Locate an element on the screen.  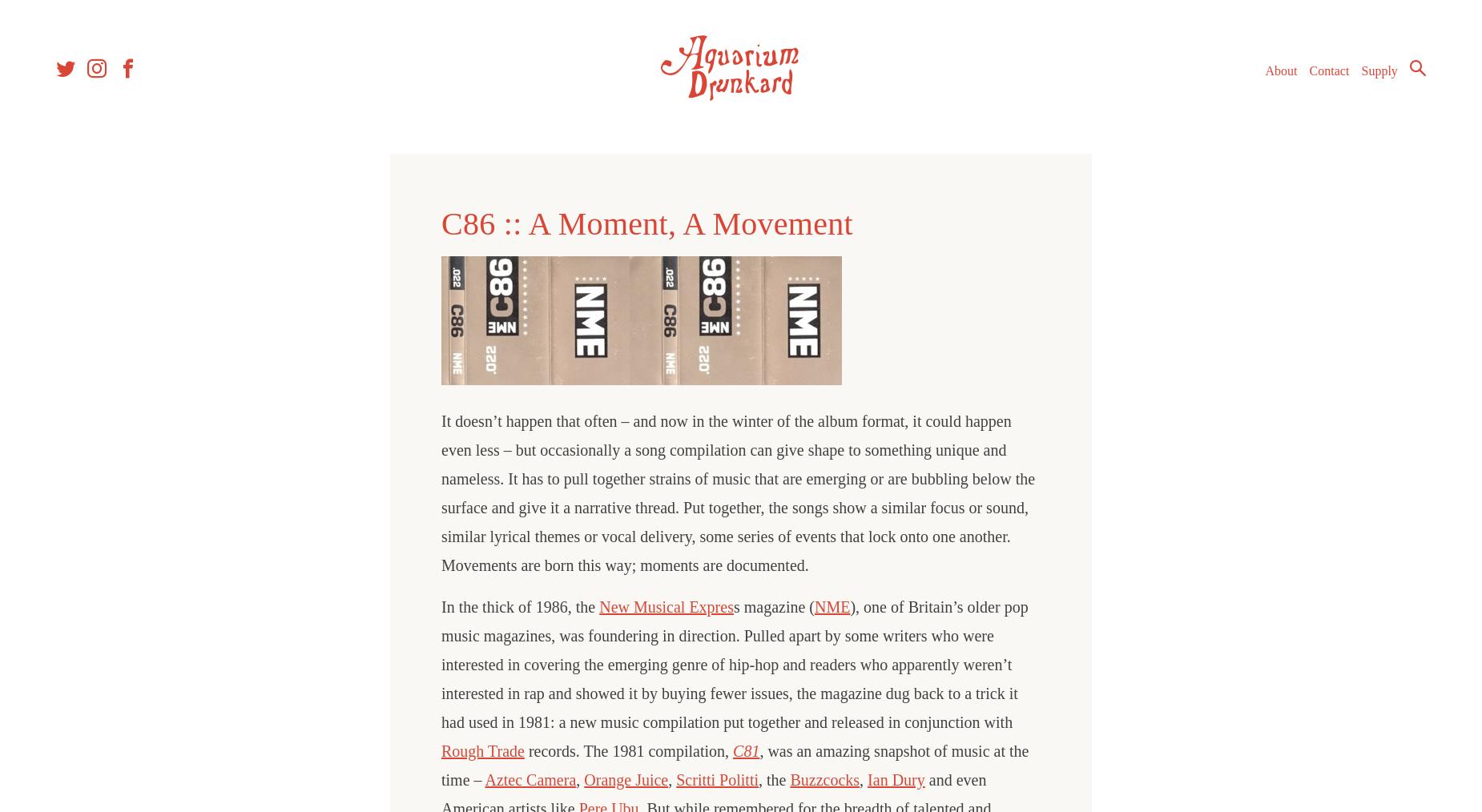
'NME' is located at coordinates (831, 605).